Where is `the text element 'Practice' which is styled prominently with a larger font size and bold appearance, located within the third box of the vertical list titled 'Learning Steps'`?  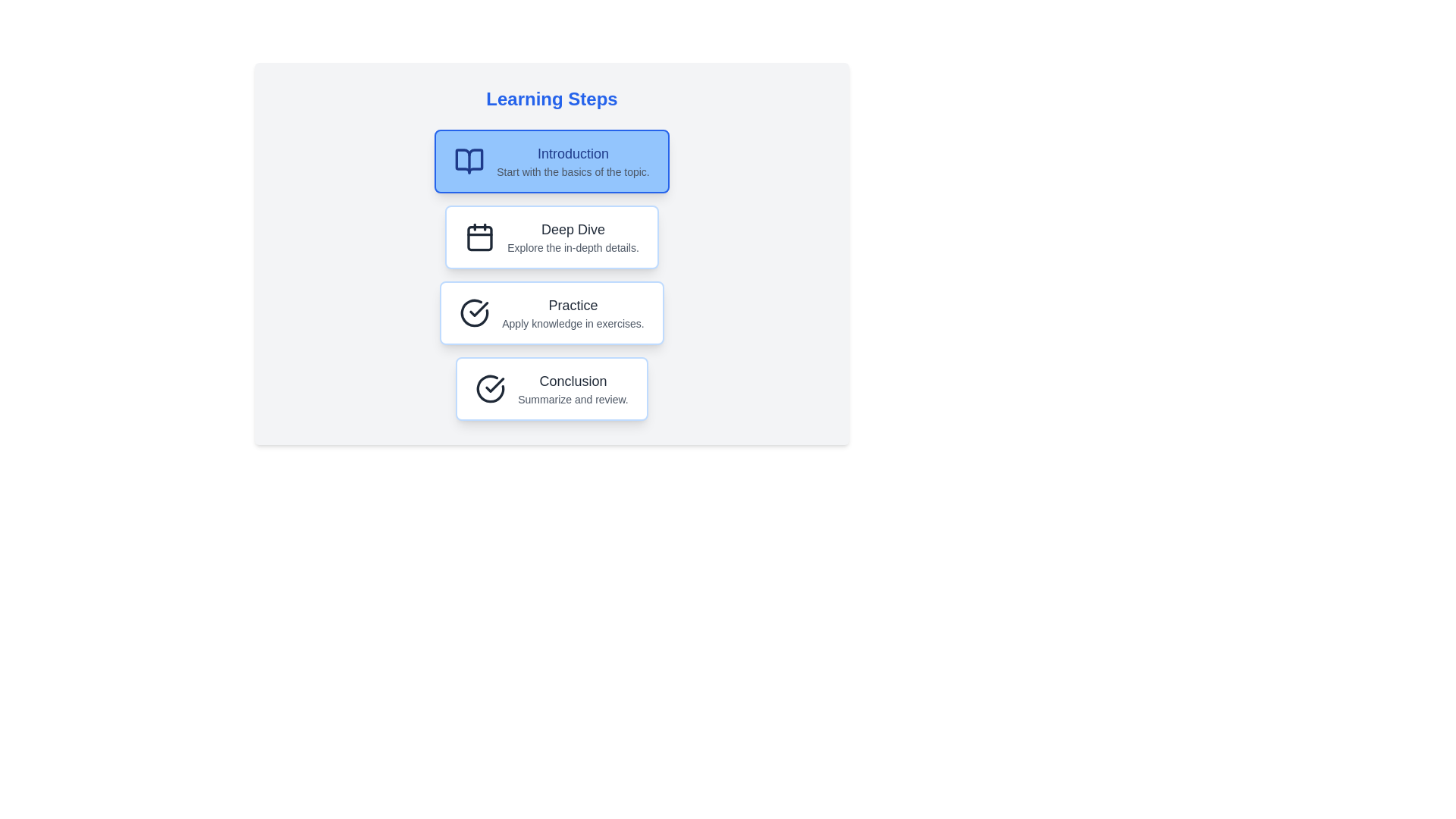
the text element 'Practice' which is styled prominently with a larger font size and bold appearance, located within the third box of the vertical list titled 'Learning Steps' is located at coordinates (572, 305).